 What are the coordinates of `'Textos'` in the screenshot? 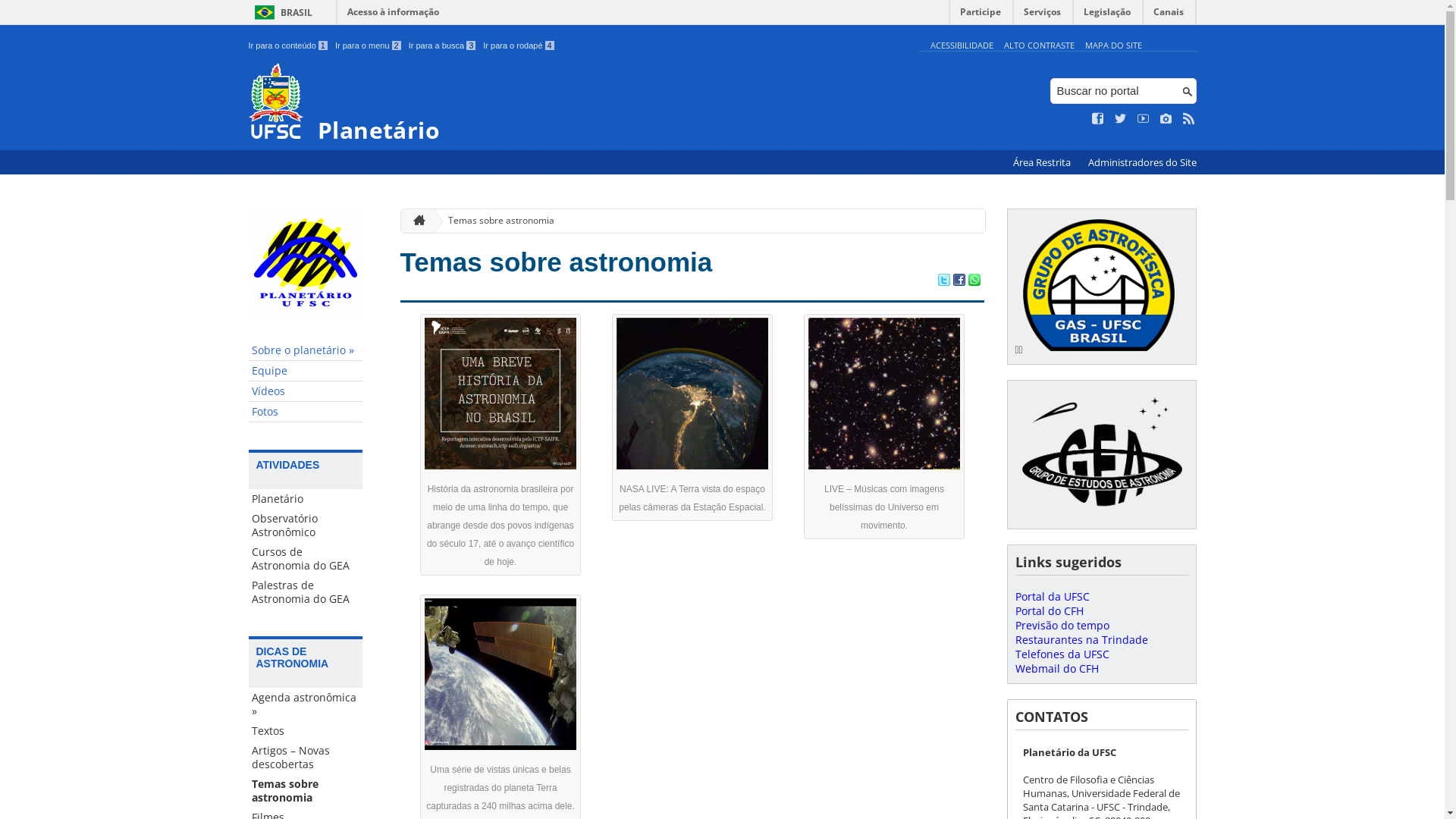 It's located at (305, 730).